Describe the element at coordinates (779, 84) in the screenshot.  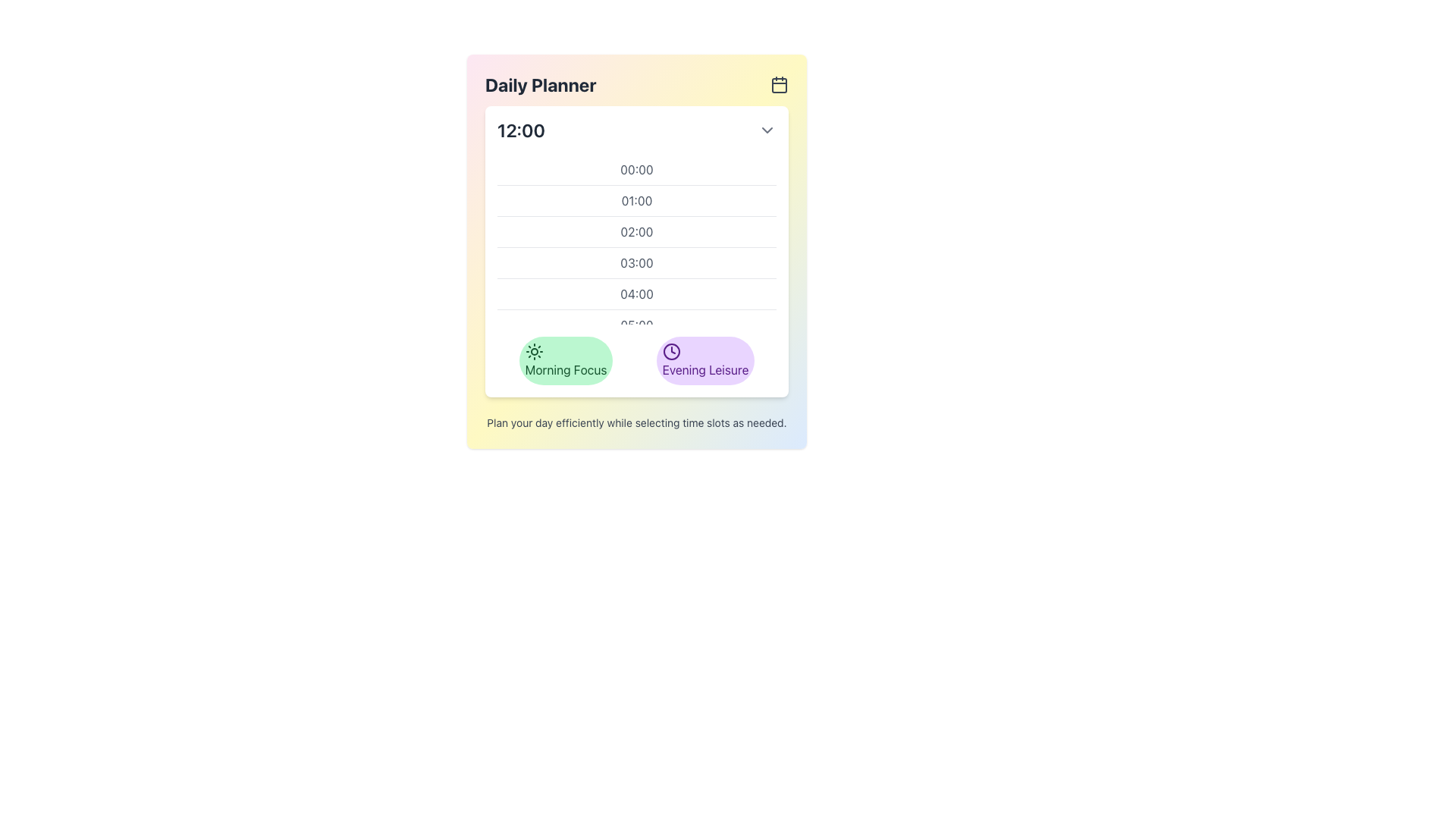
I see `the calendar icon located at the top-right of the 'Daily Planner' title section in the header area` at that location.